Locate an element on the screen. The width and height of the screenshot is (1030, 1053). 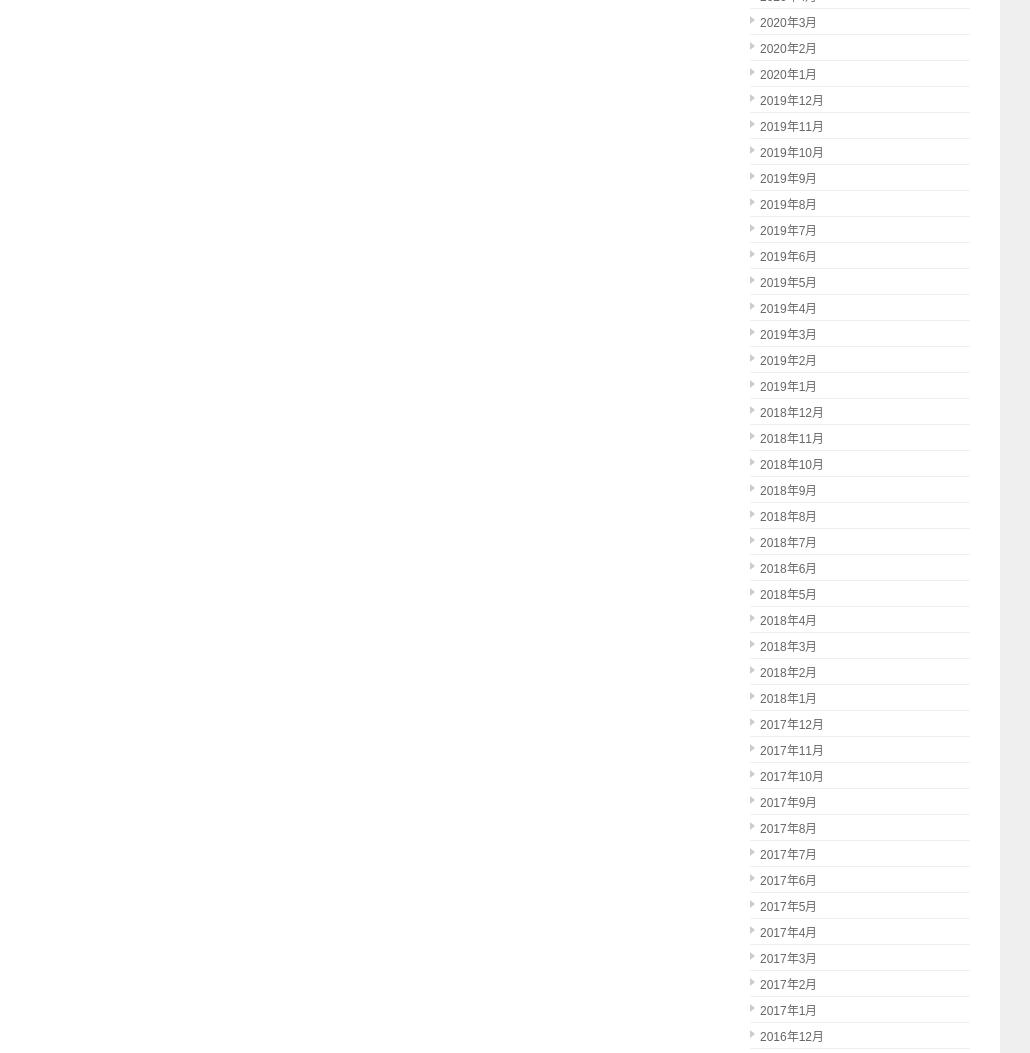
'2017年12月' is located at coordinates (790, 723).